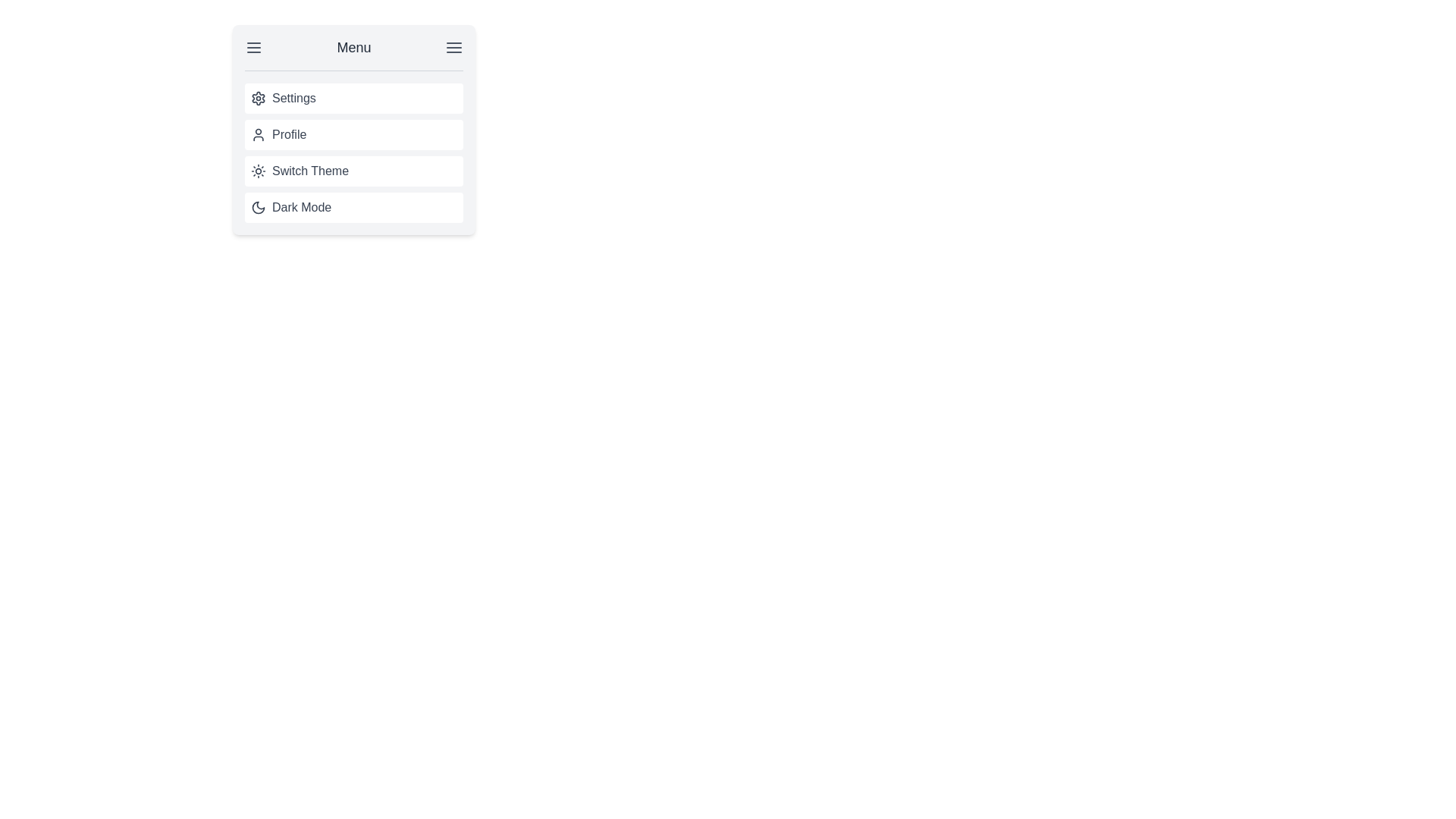 The width and height of the screenshot is (1456, 819). Describe the element at coordinates (258, 97) in the screenshot. I see `the cogwheel-style icon located to the left of the 'Settings' text label in the topmost row of the menu` at that location.